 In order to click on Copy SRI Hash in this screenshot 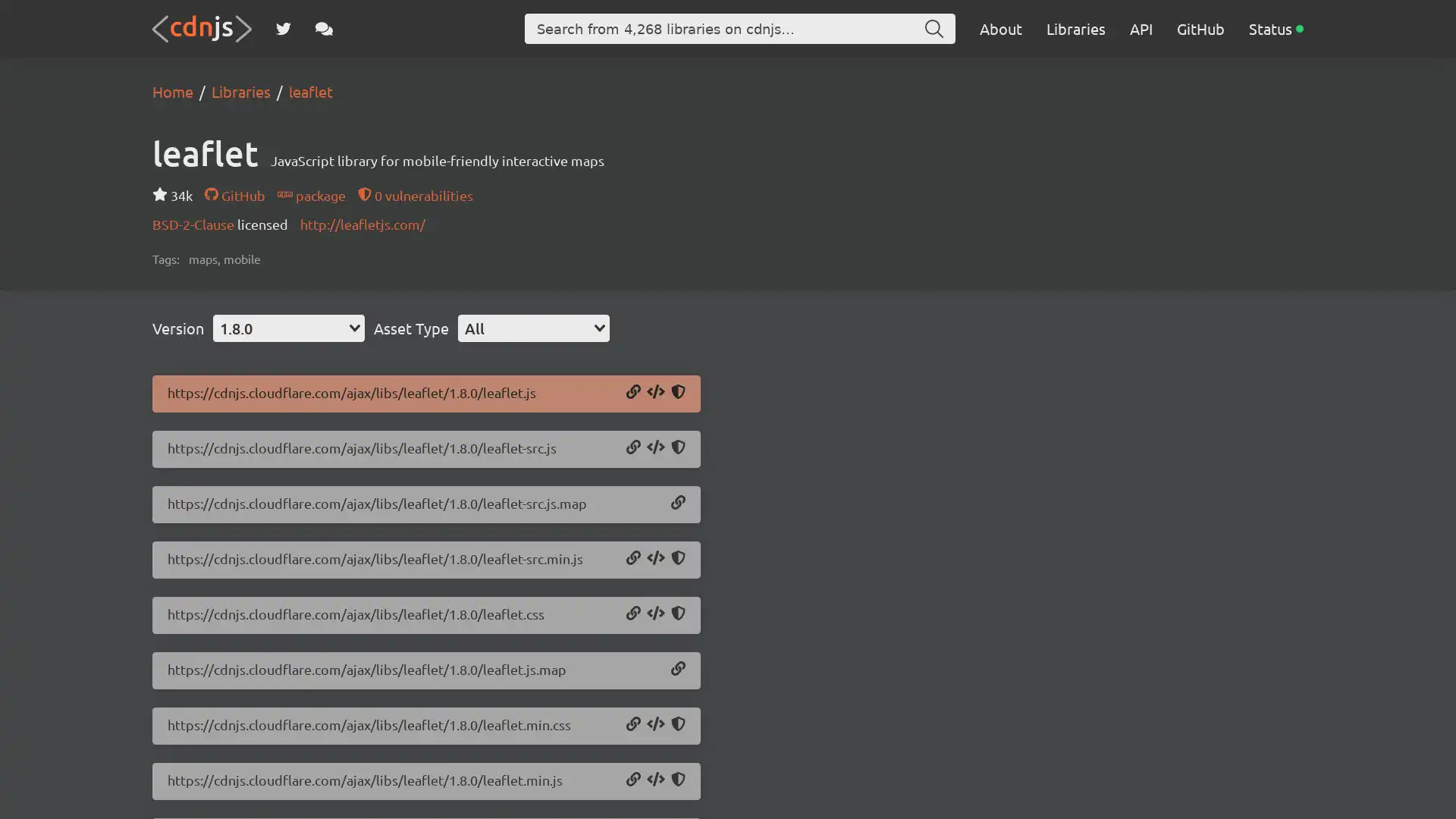, I will do `click(677, 724)`.